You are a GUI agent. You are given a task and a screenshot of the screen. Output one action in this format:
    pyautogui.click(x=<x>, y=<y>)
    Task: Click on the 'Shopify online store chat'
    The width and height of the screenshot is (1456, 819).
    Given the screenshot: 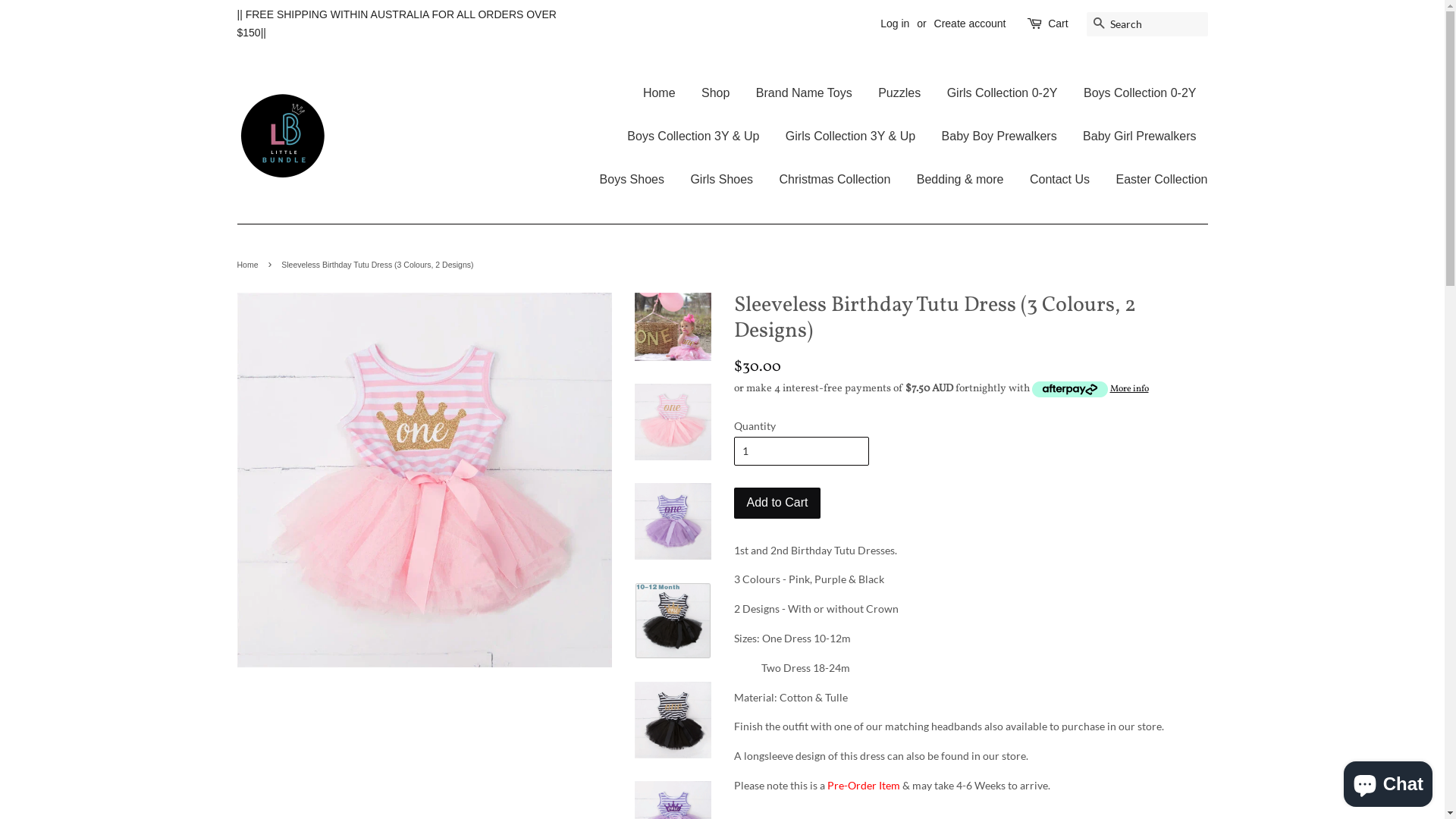 What is the action you would take?
    pyautogui.click(x=1339, y=780)
    